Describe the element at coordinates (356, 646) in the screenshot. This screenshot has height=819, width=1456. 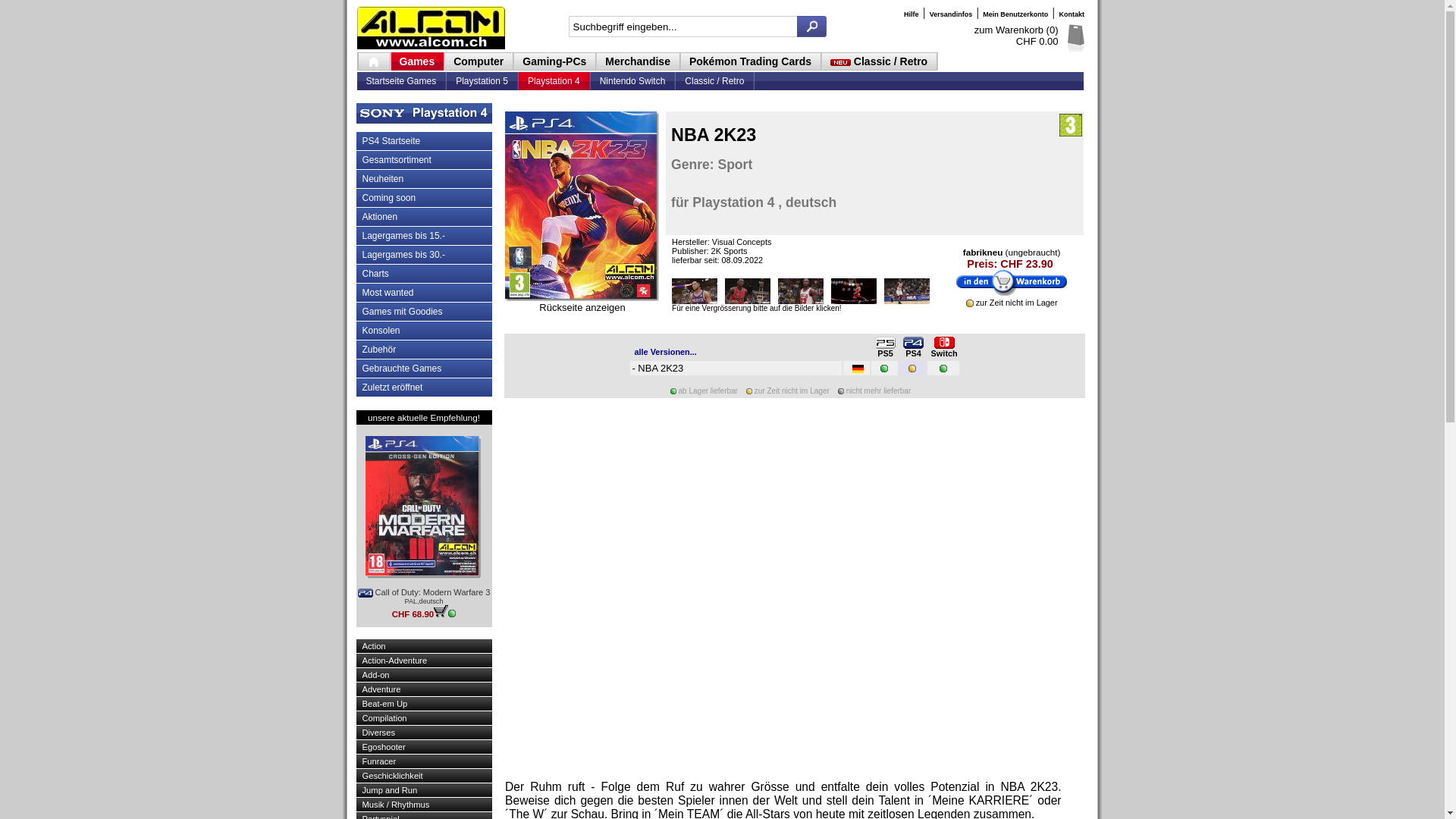
I see `'Action'` at that location.